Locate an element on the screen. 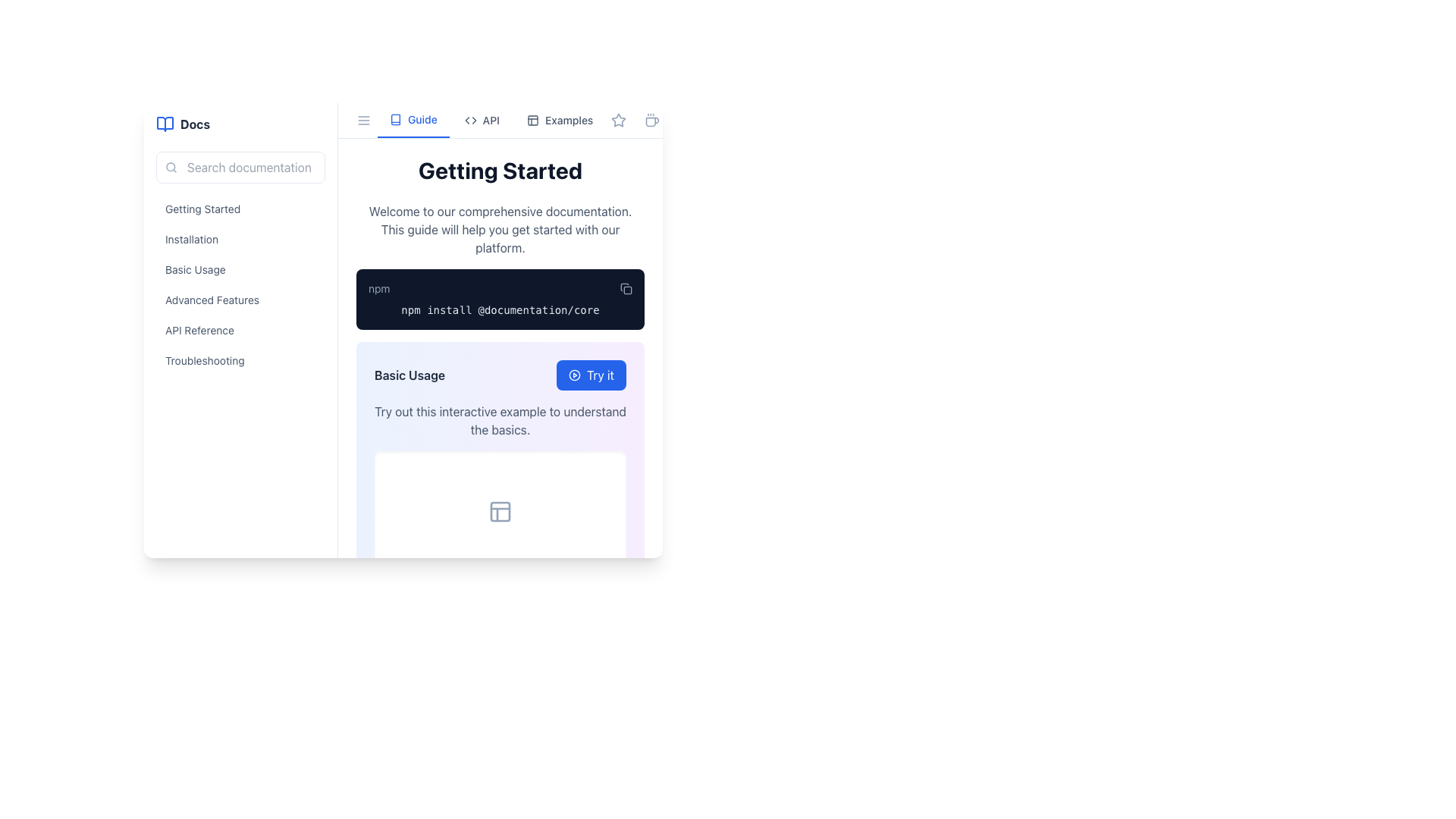 The image size is (1456, 819). the menu icon located in the top navigation bar, just to the left of the 'Guide' tab is located at coordinates (364, 119).